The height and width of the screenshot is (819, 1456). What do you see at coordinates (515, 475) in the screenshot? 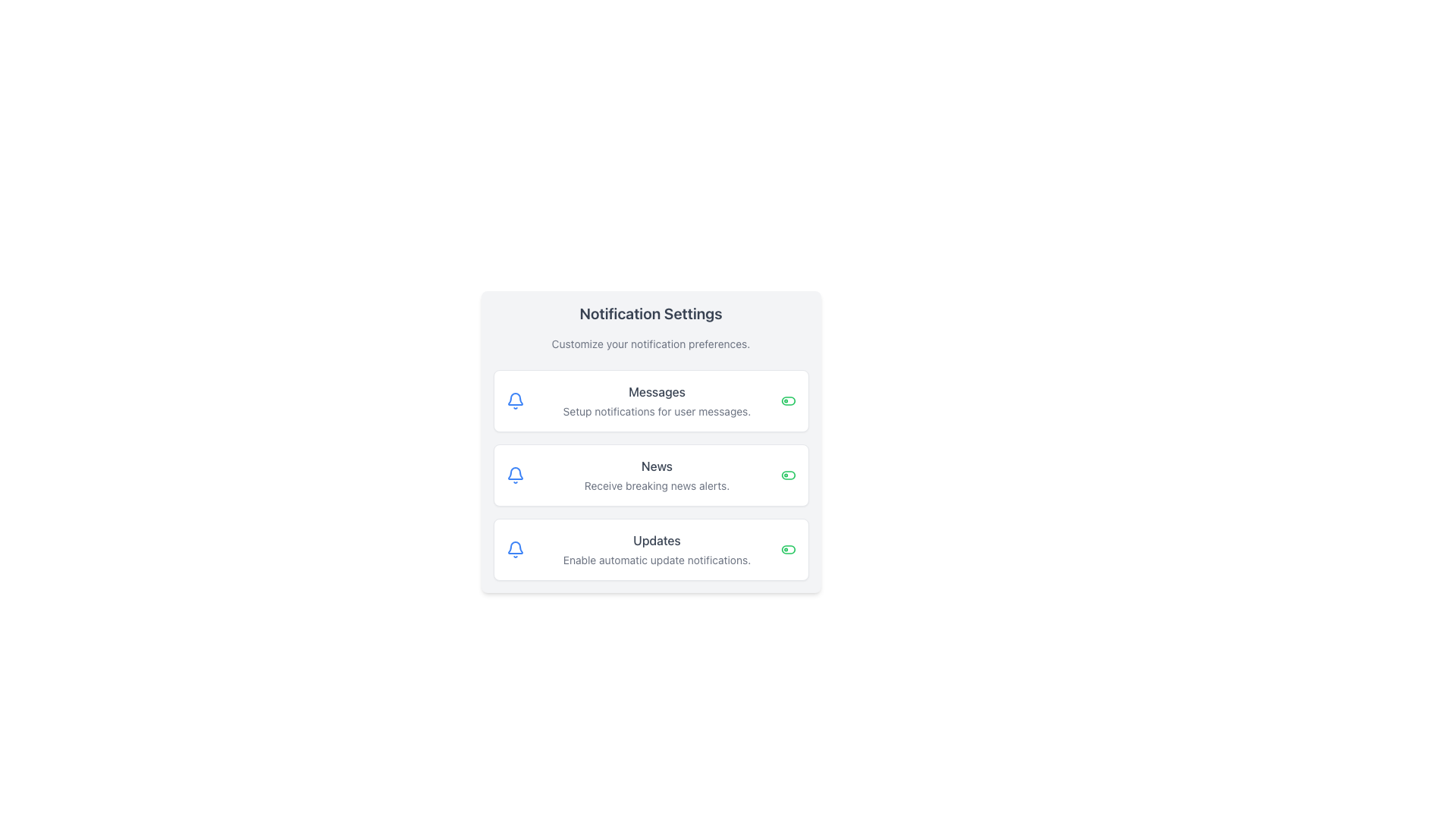
I see `the blue notification bell icon located to the left of the text 'News' which aligns with the second notification block` at bounding box center [515, 475].